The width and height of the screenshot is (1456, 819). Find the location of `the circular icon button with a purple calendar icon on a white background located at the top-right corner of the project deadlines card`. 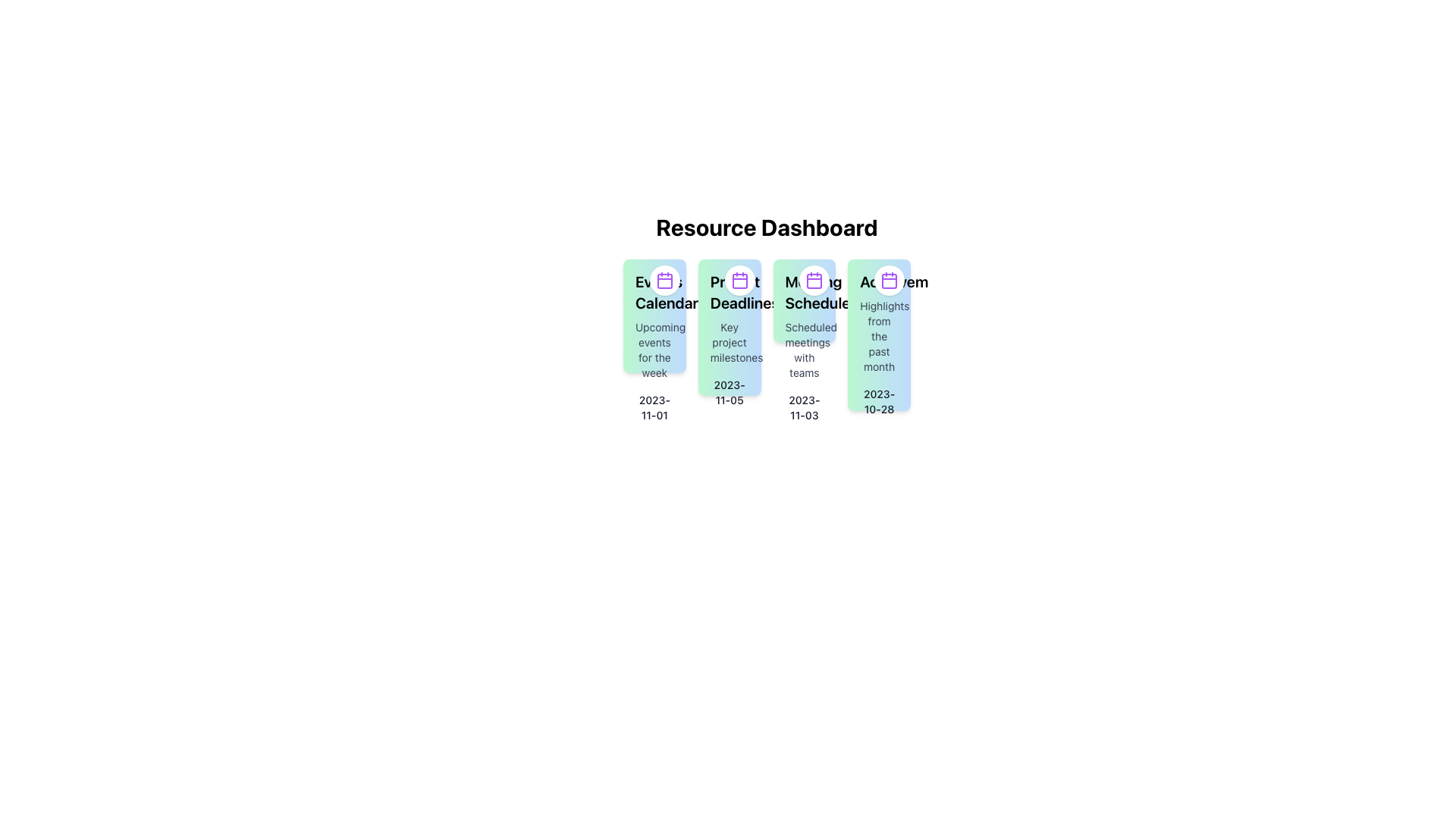

the circular icon button with a purple calendar icon on a white background located at the top-right corner of the project deadlines card is located at coordinates (739, 281).